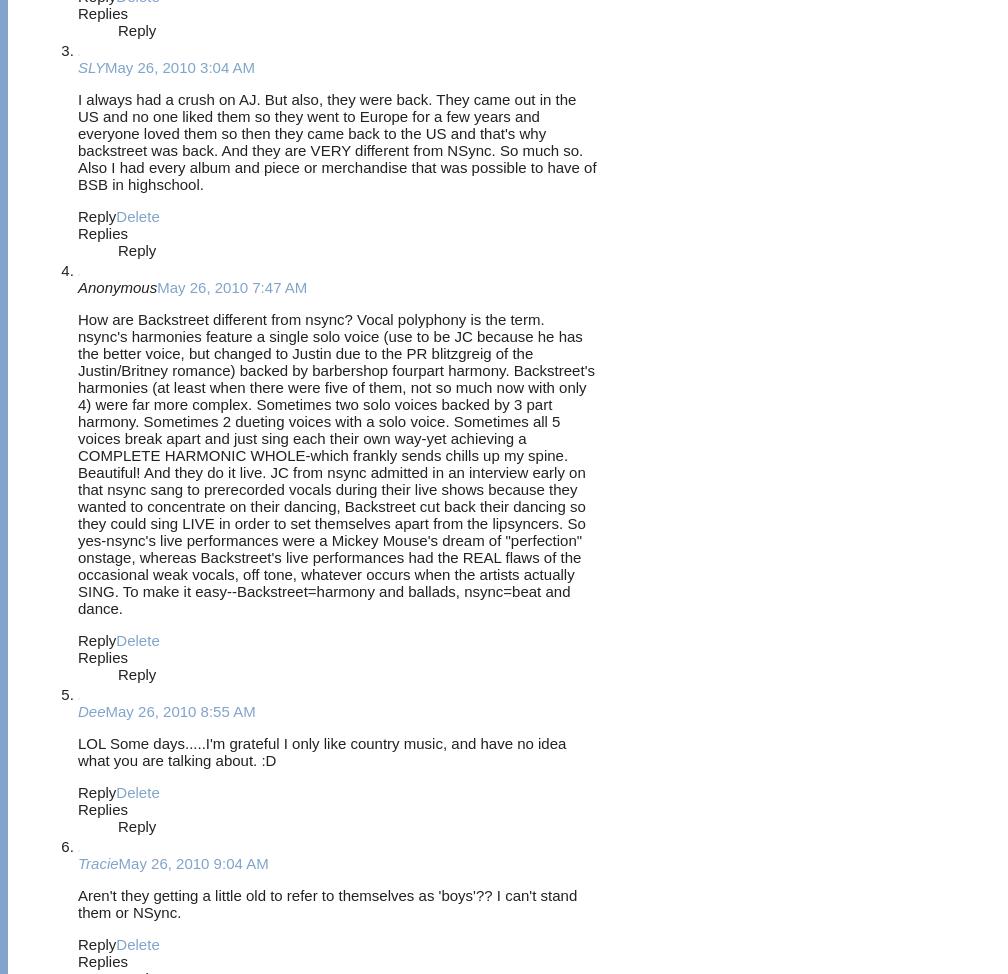 The image size is (1008, 974). Describe the element at coordinates (97, 862) in the screenshot. I see `'Tracie'` at that location.